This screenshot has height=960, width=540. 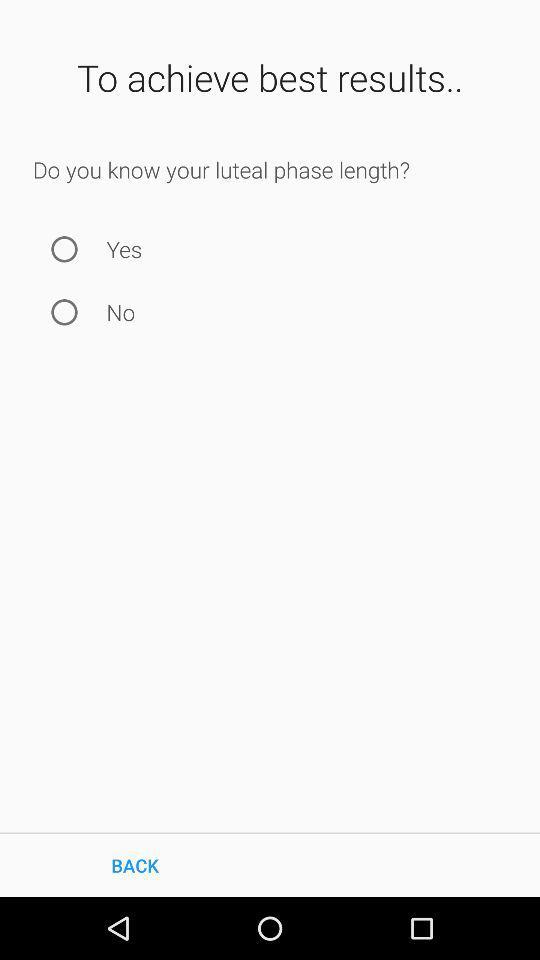 I want to click on the icon next to the no, so click(x=64, y=312).